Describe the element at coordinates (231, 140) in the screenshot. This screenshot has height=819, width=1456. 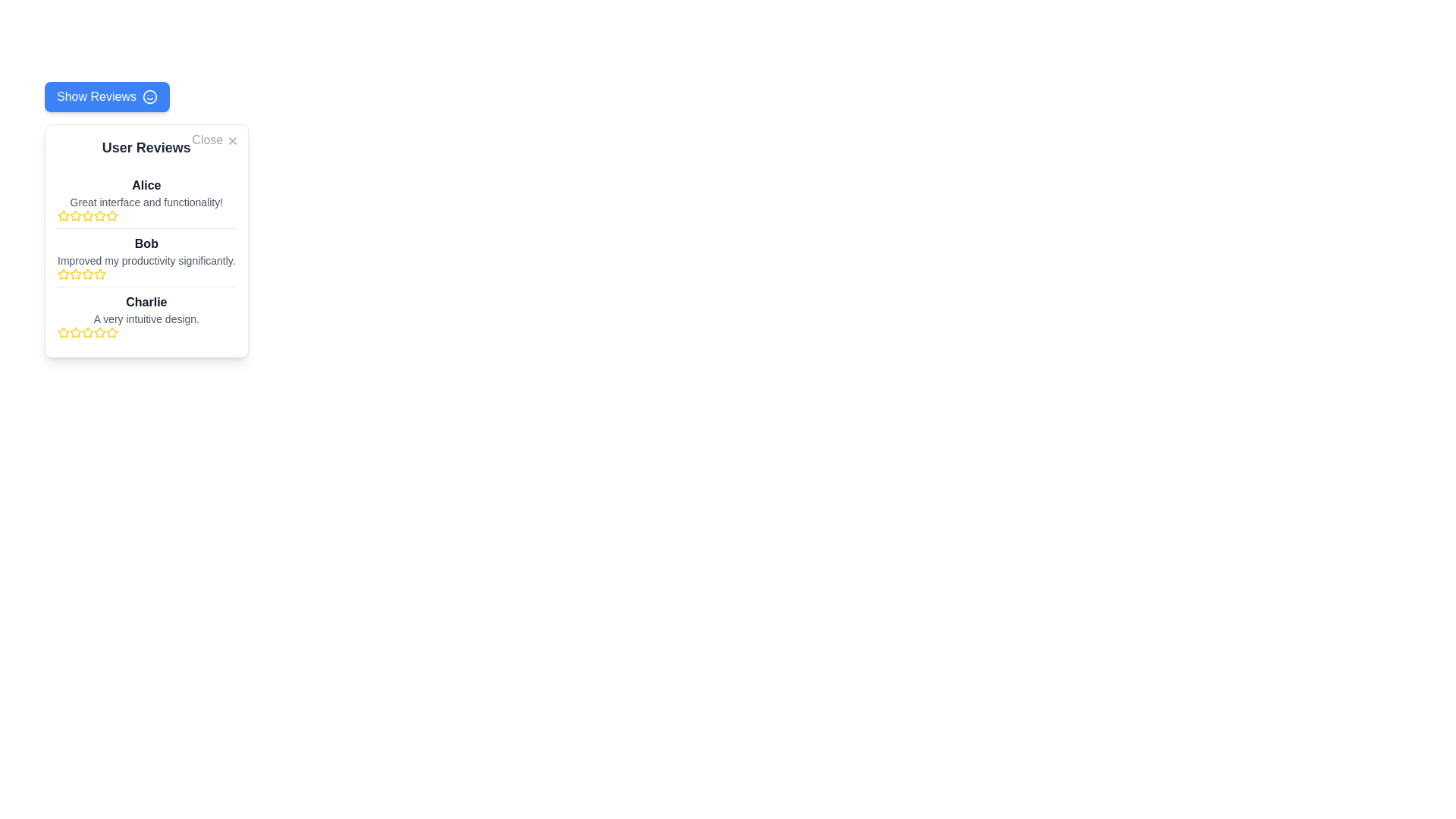
I see `the cross icon located in the top-right corner of the 'User Reviews' card` at that location.